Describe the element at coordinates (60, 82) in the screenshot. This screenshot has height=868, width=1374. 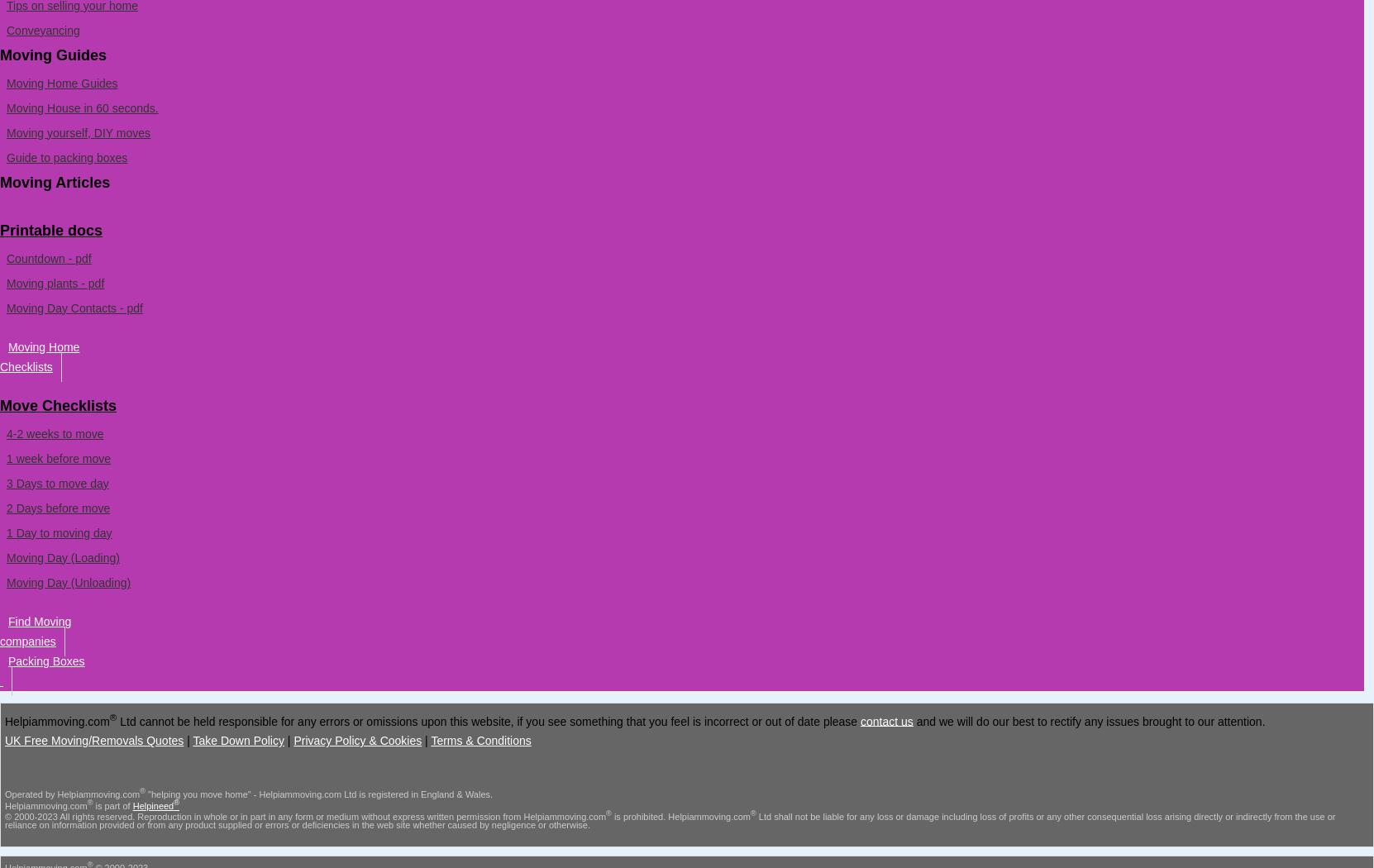
I see `'Moving Home Guides'` at that location.